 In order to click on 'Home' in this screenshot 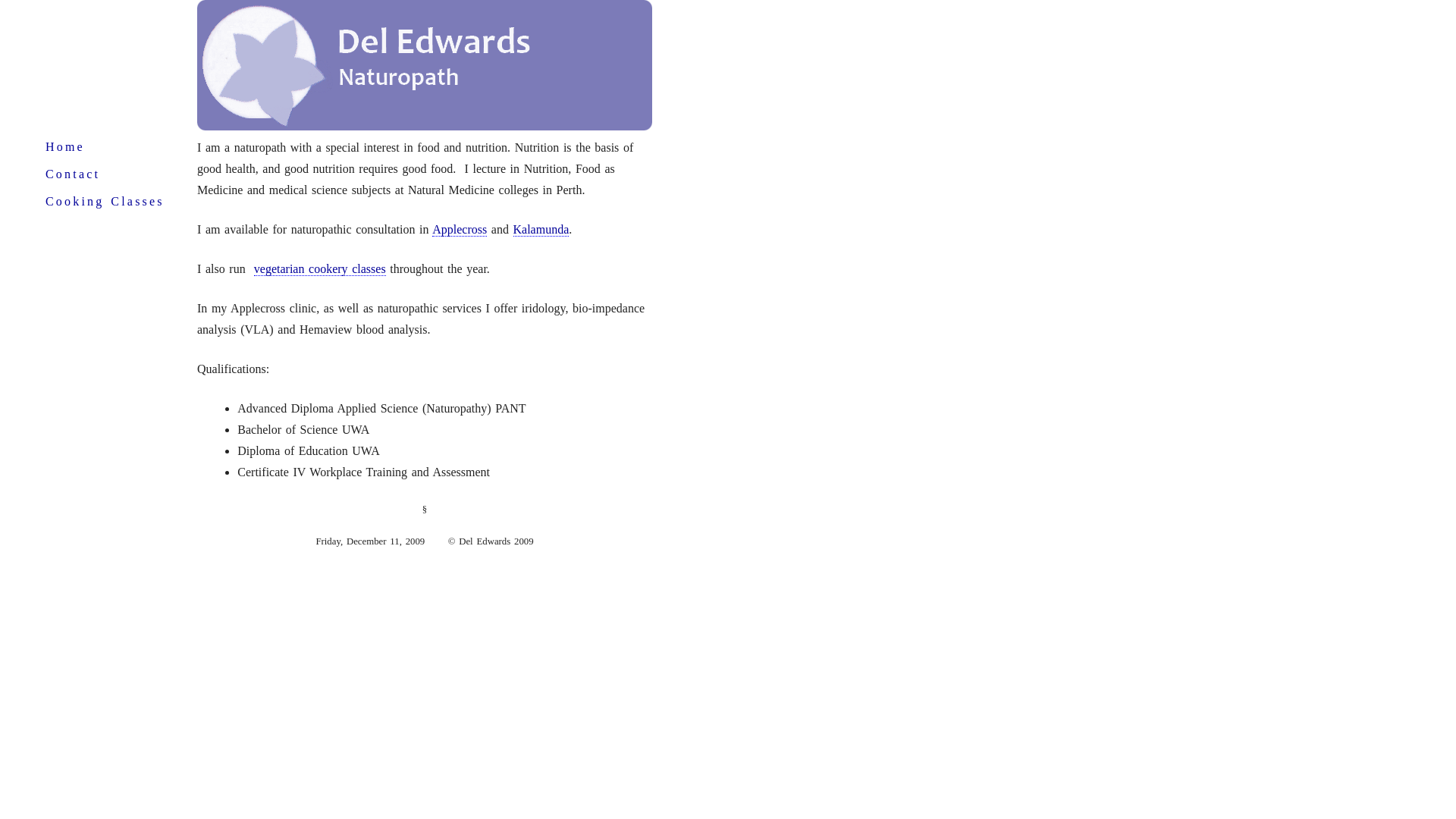, I will do `click(45, 146)`.